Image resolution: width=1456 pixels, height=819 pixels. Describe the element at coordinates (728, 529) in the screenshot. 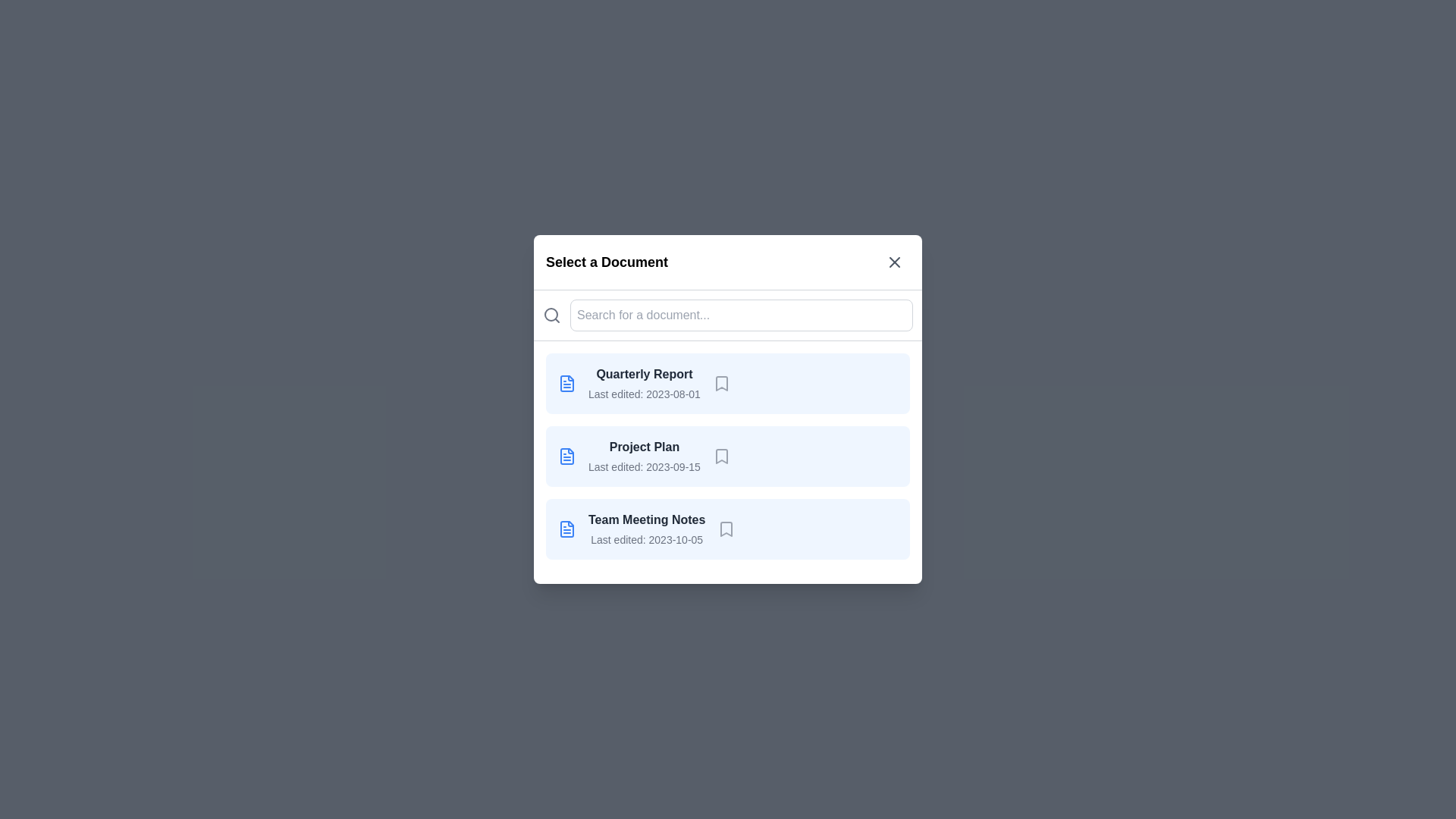

I see `the document titled Team Meeting Notes from the list` at that location.